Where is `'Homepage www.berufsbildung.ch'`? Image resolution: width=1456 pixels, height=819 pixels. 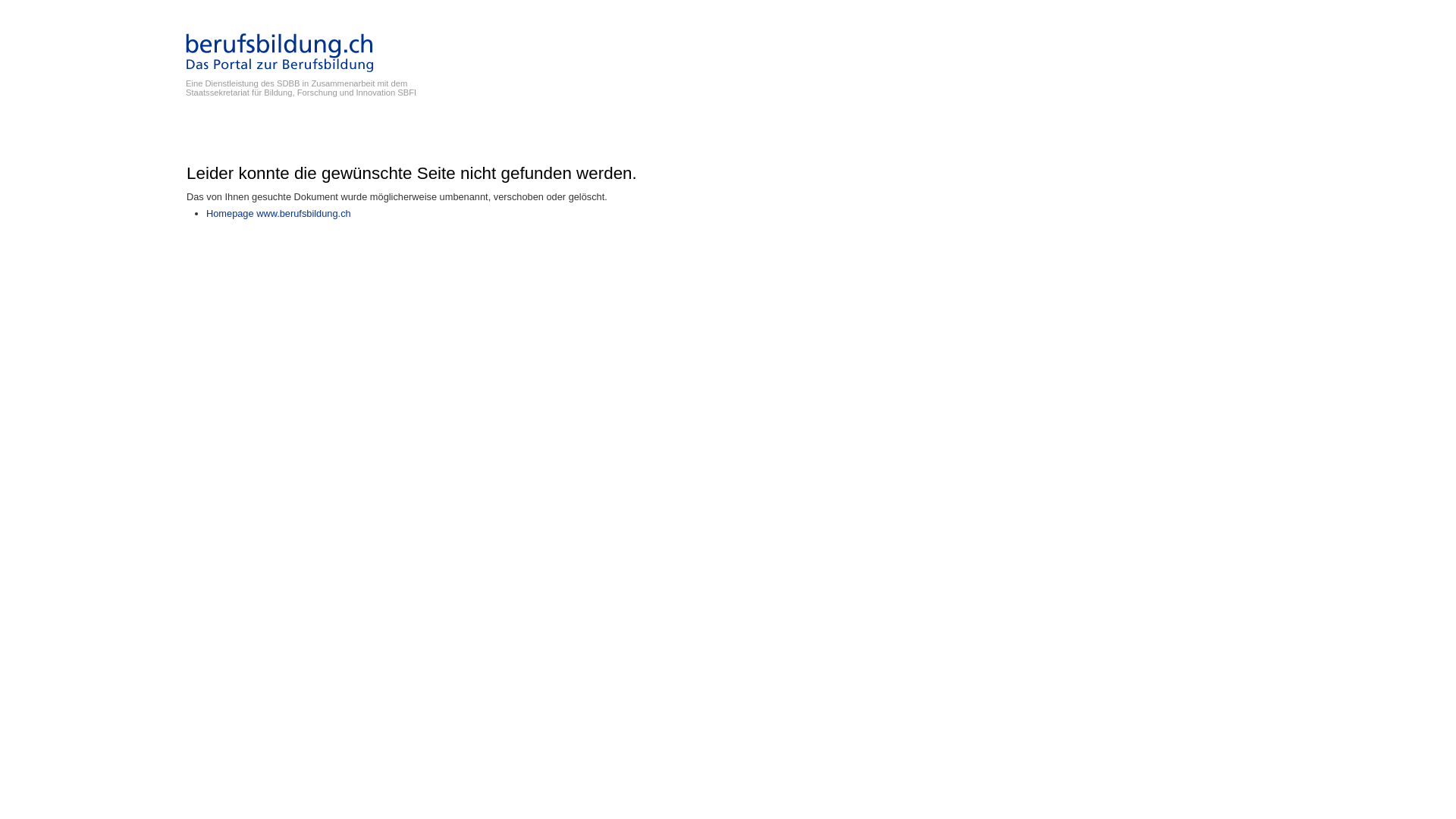 'Homepage www.berufsbildung.ch' is located at coordinates (278, 213).